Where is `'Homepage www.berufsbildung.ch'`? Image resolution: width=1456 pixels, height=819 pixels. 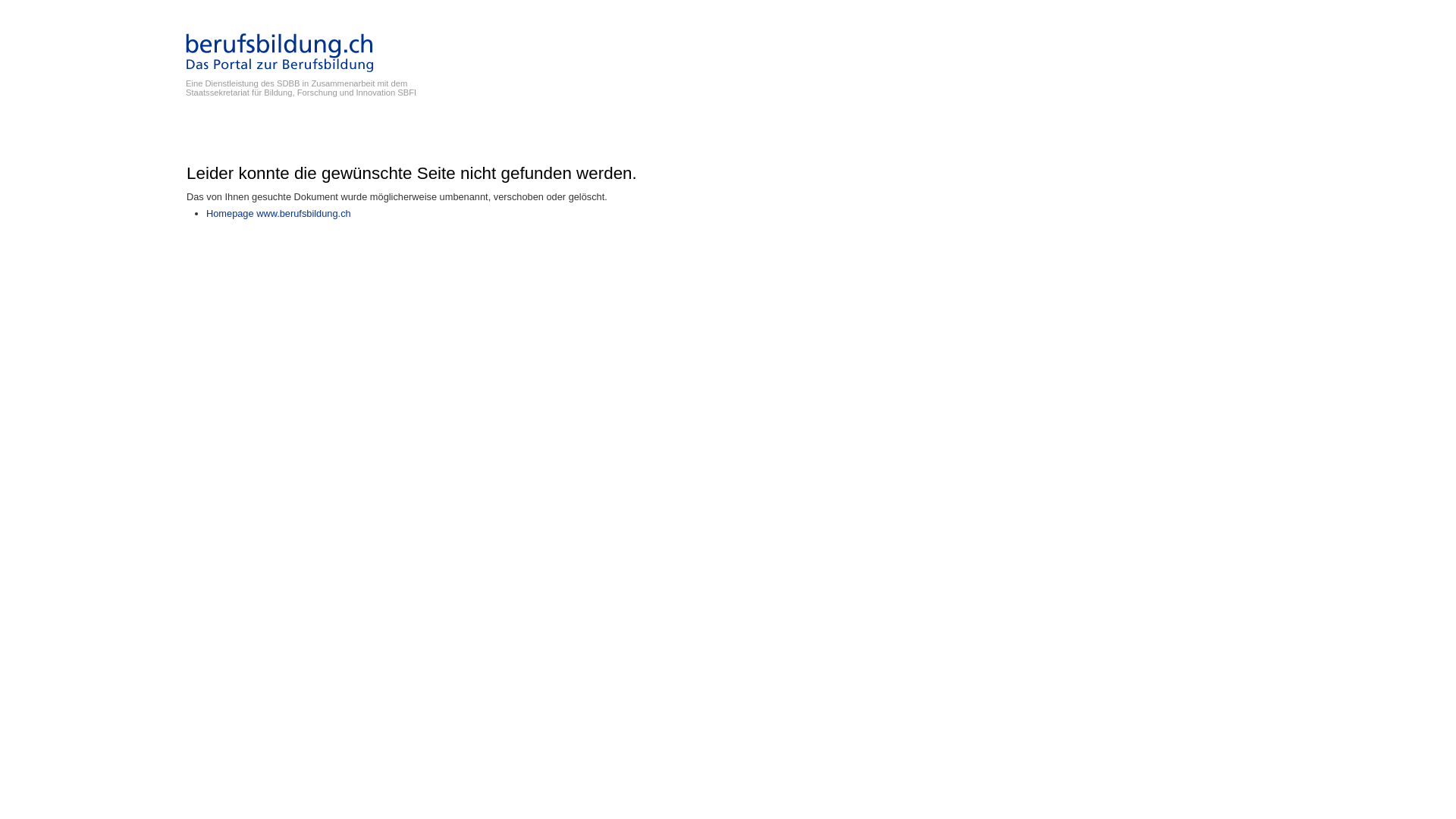 'Homepage www.berufsbildung.ch' is located at coordinates (278, 213).